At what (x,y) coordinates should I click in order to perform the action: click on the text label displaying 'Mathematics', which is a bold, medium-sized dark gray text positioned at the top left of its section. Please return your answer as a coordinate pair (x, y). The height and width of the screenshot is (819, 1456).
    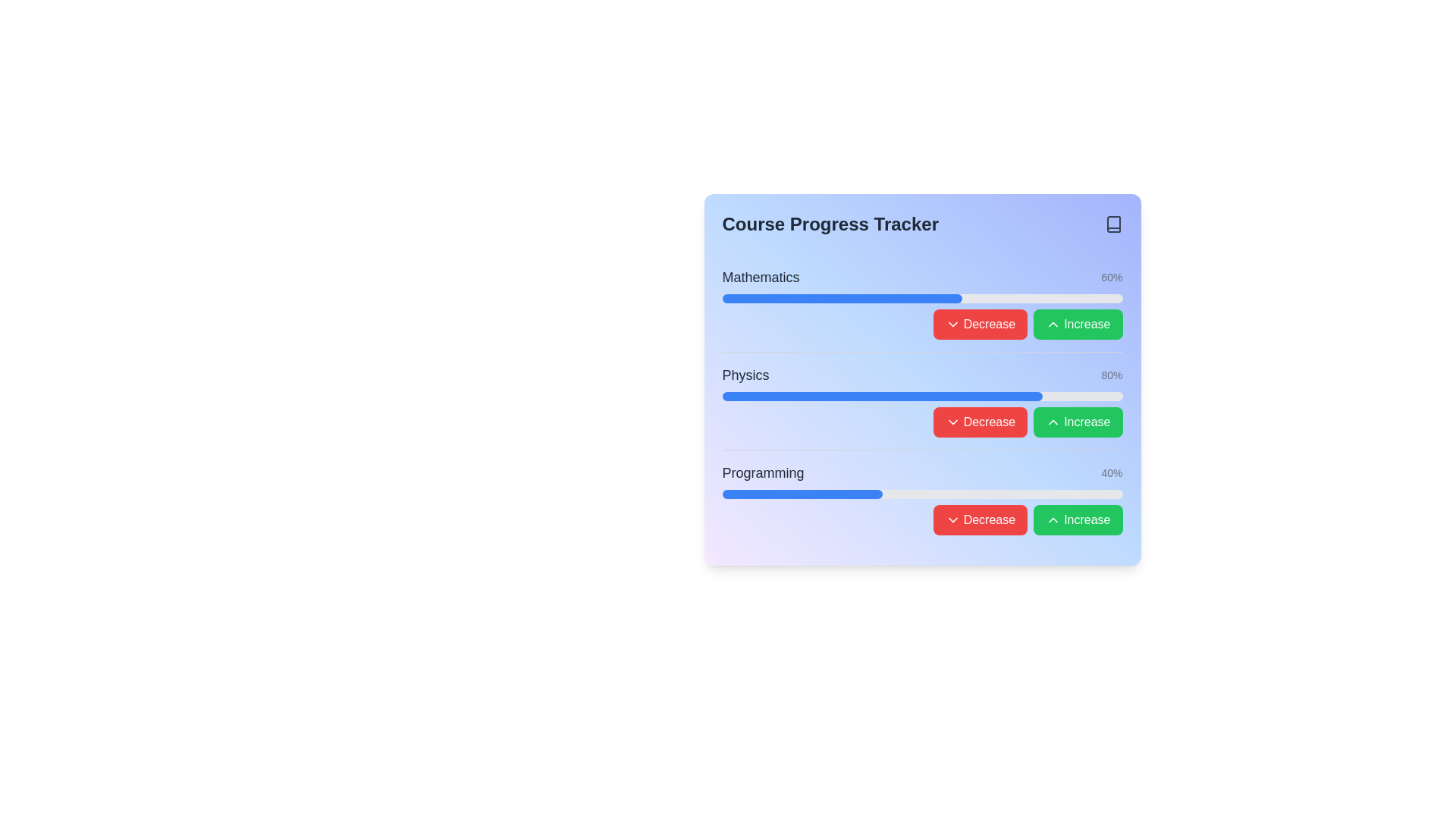
    Looking at the image, I should click on (761, 278).